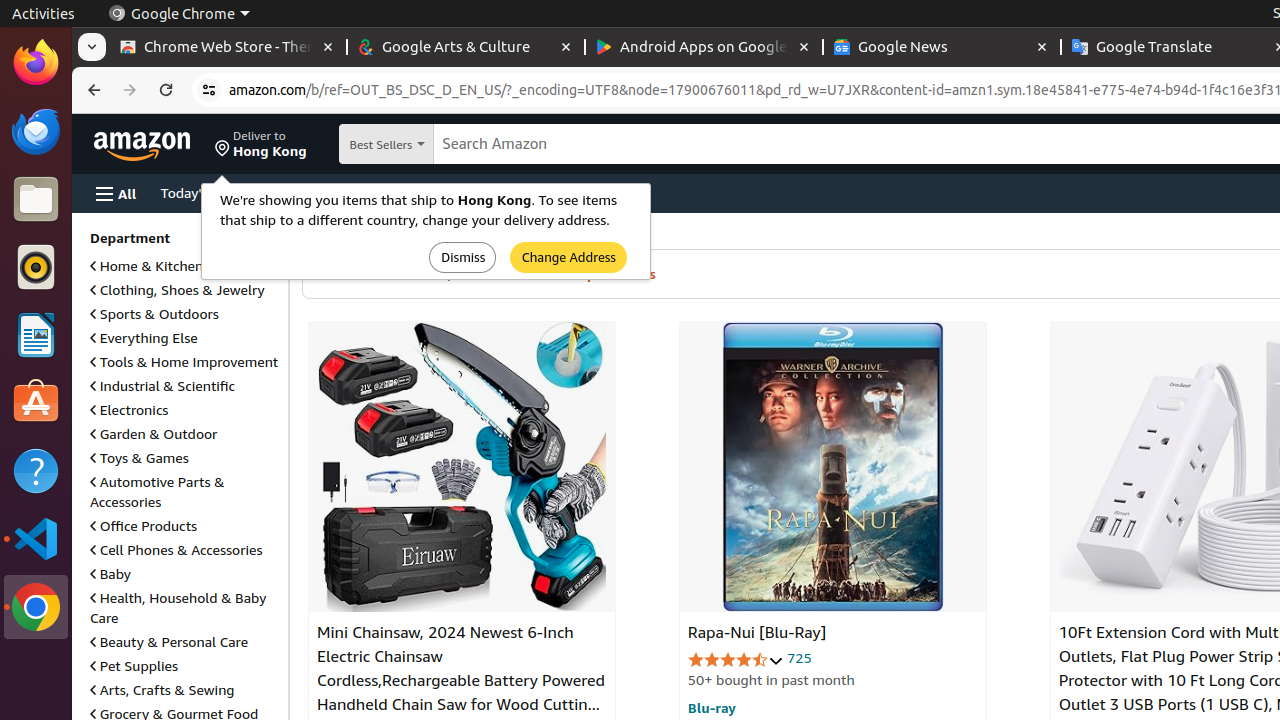 The height and width of the screenshot is (720, 1280). I want to click on 'Deliver to Hong Kong', so click(259, 143).